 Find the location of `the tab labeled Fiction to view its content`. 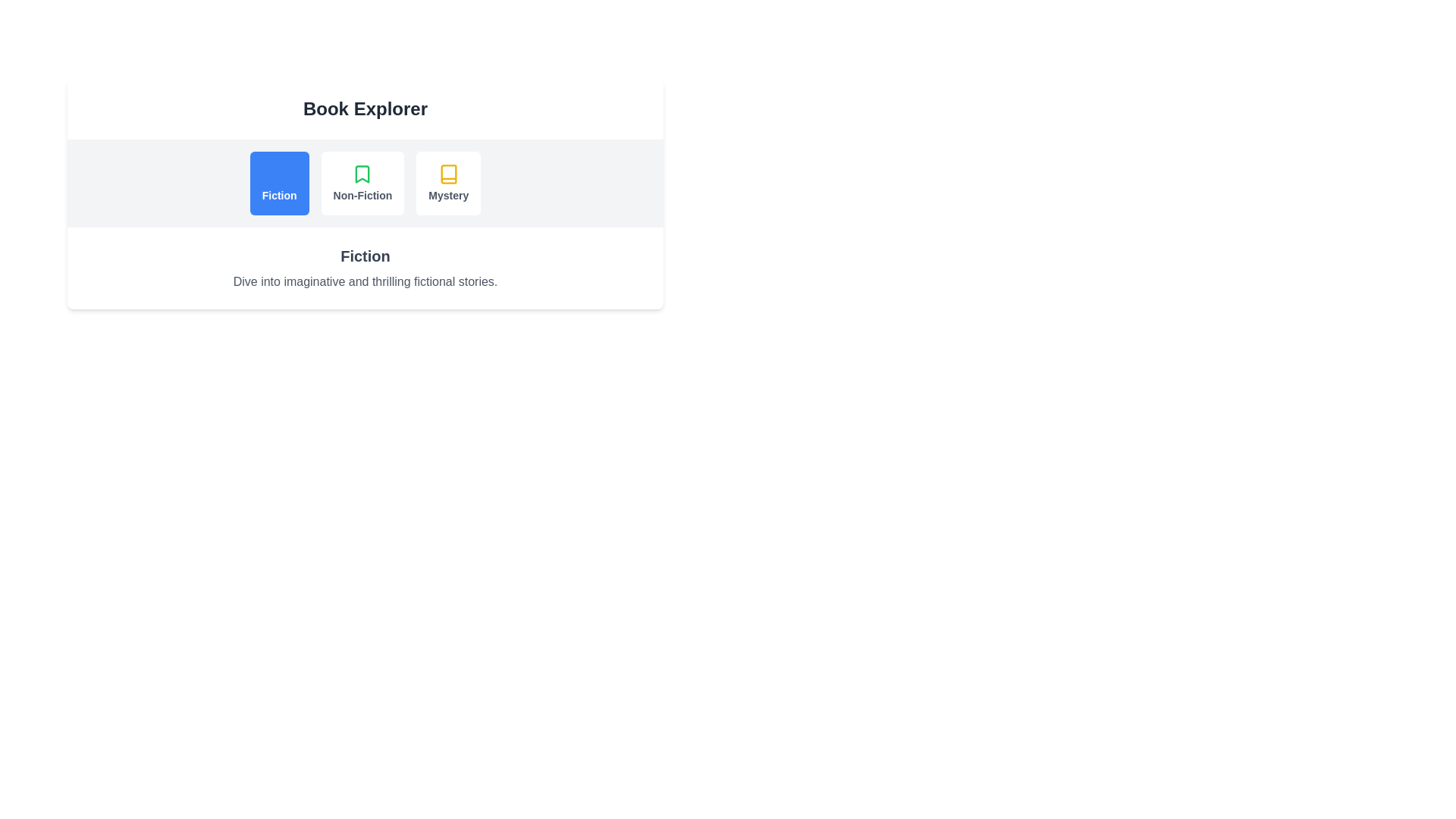

the tab labeled Fiction to view its content is located at coordinates (279, 183).